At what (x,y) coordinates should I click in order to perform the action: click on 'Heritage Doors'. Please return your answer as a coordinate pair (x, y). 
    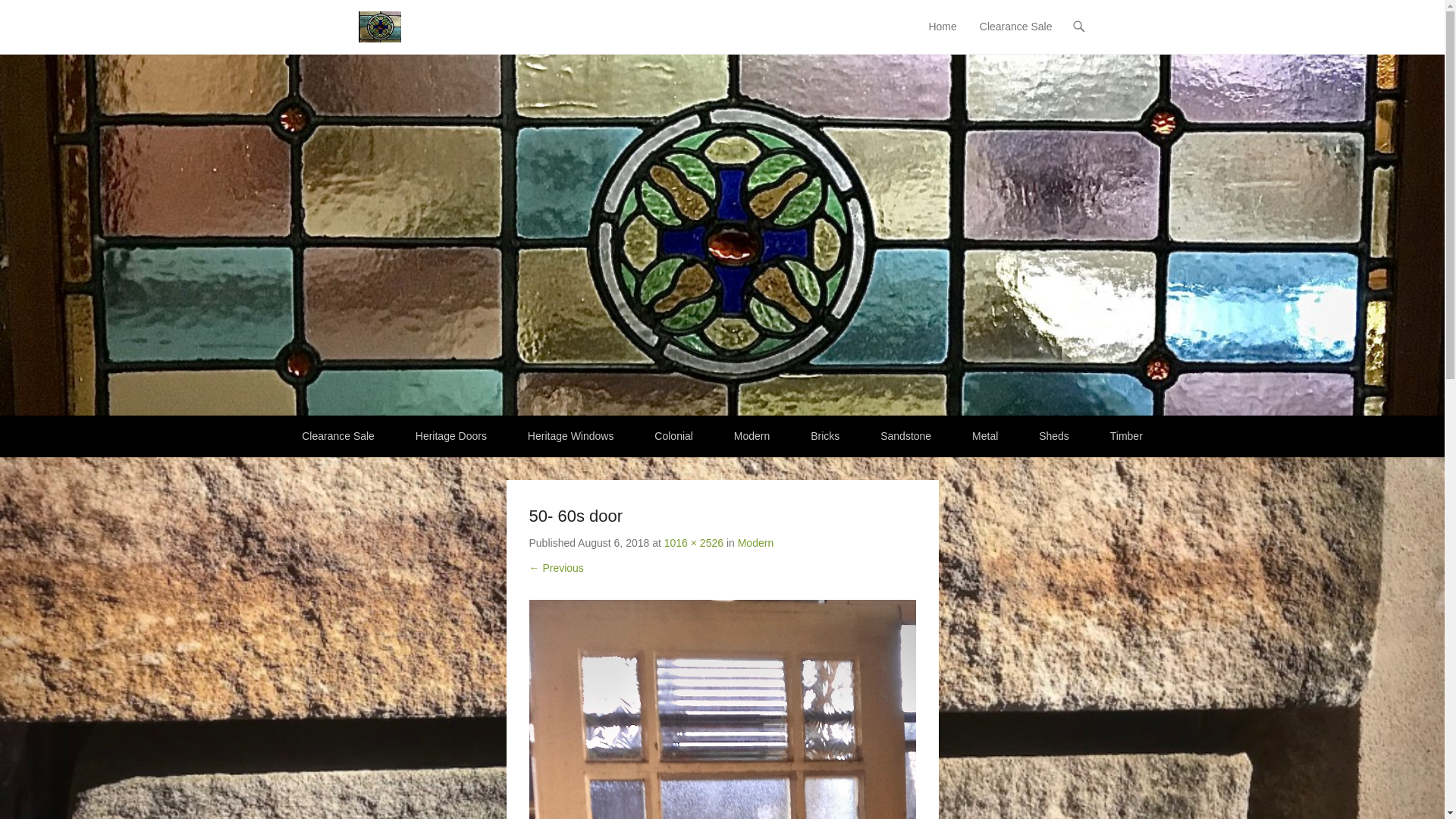
    Looking at the image, I should click on (397, 436).